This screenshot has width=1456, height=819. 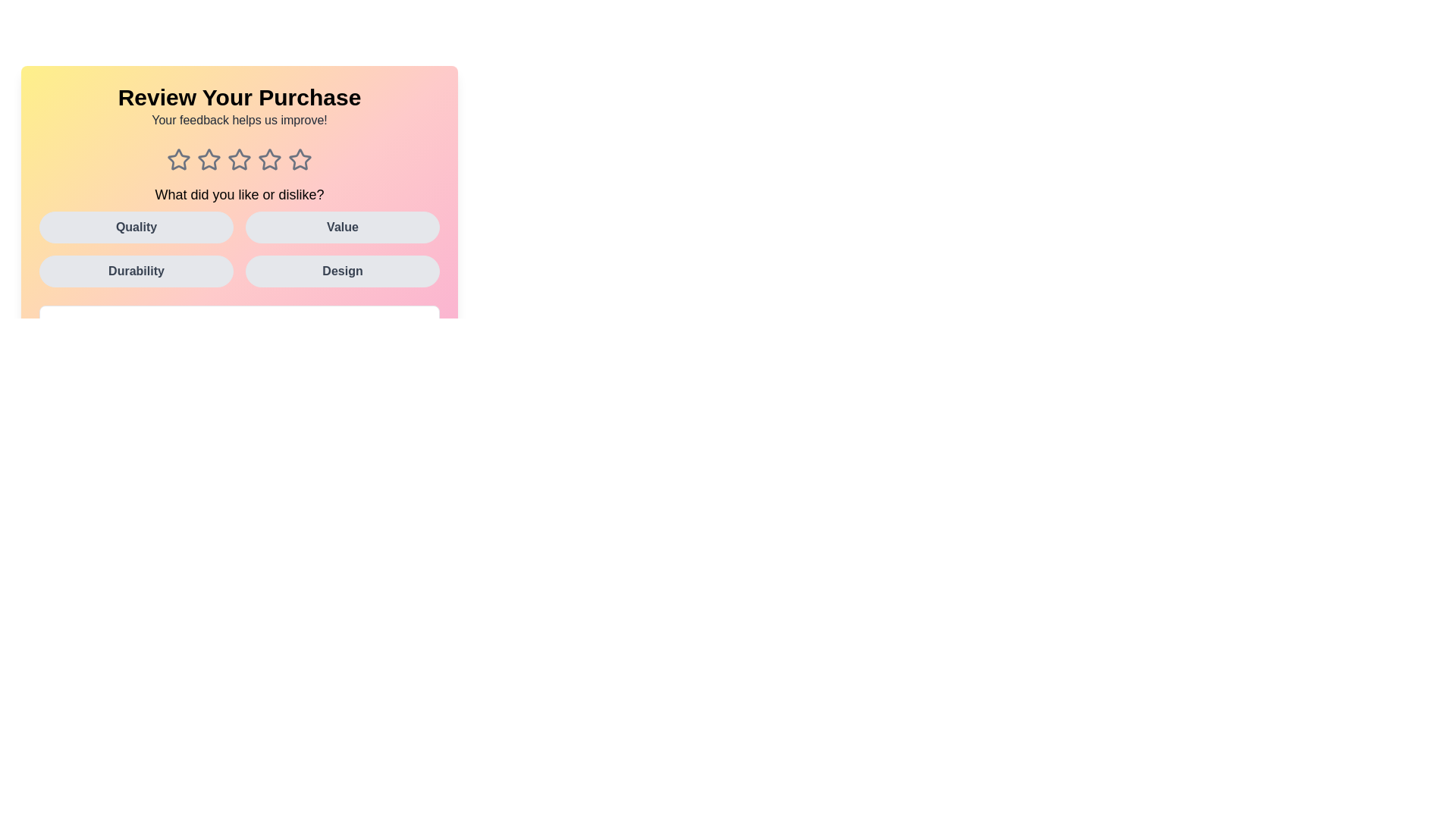 I want to click on the 'Design' category button located in the bottom-right corner of the grid, so click(x=341, y=271).